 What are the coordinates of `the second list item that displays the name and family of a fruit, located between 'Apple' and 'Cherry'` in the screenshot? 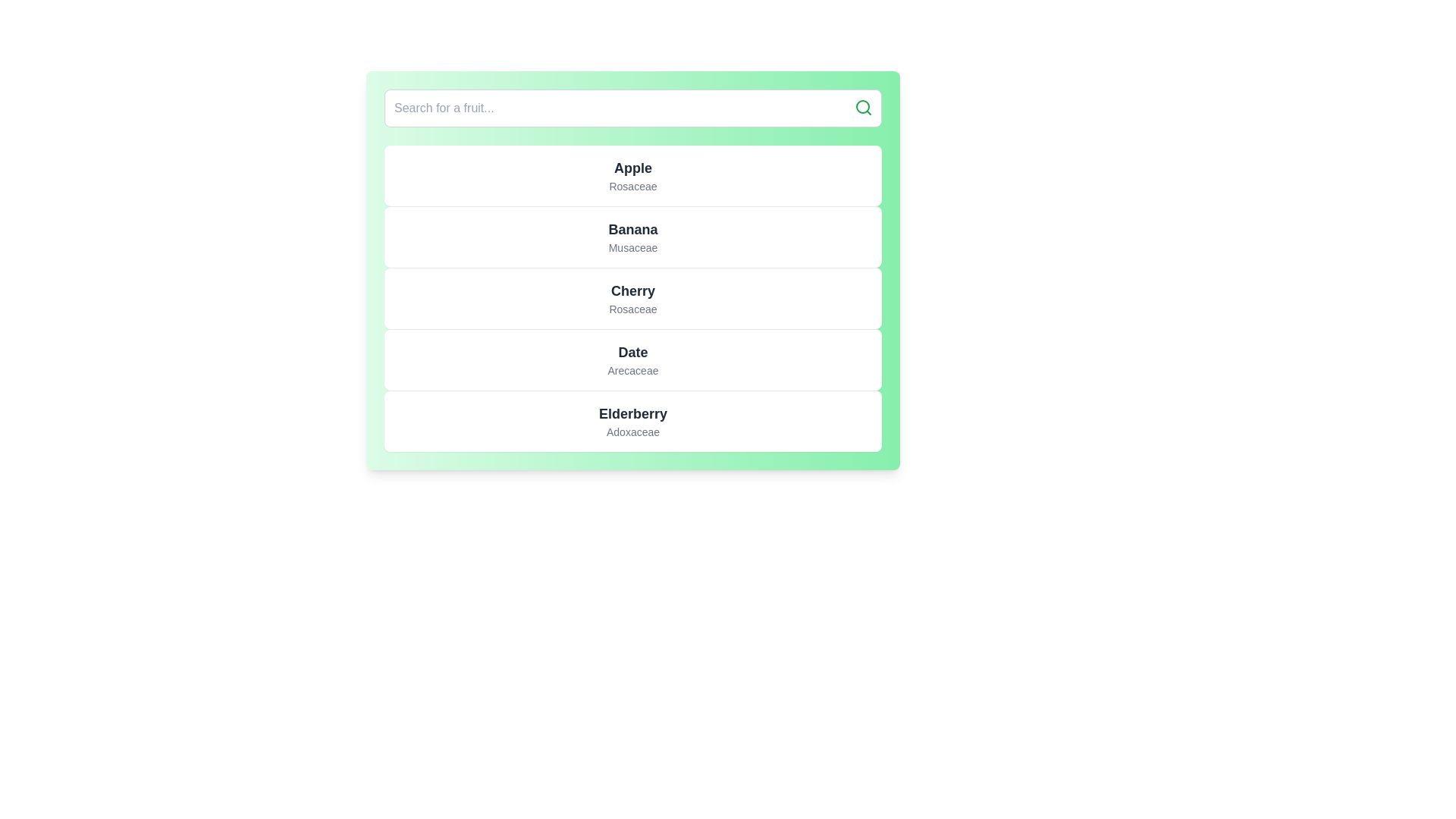 It's located at (633, 237).